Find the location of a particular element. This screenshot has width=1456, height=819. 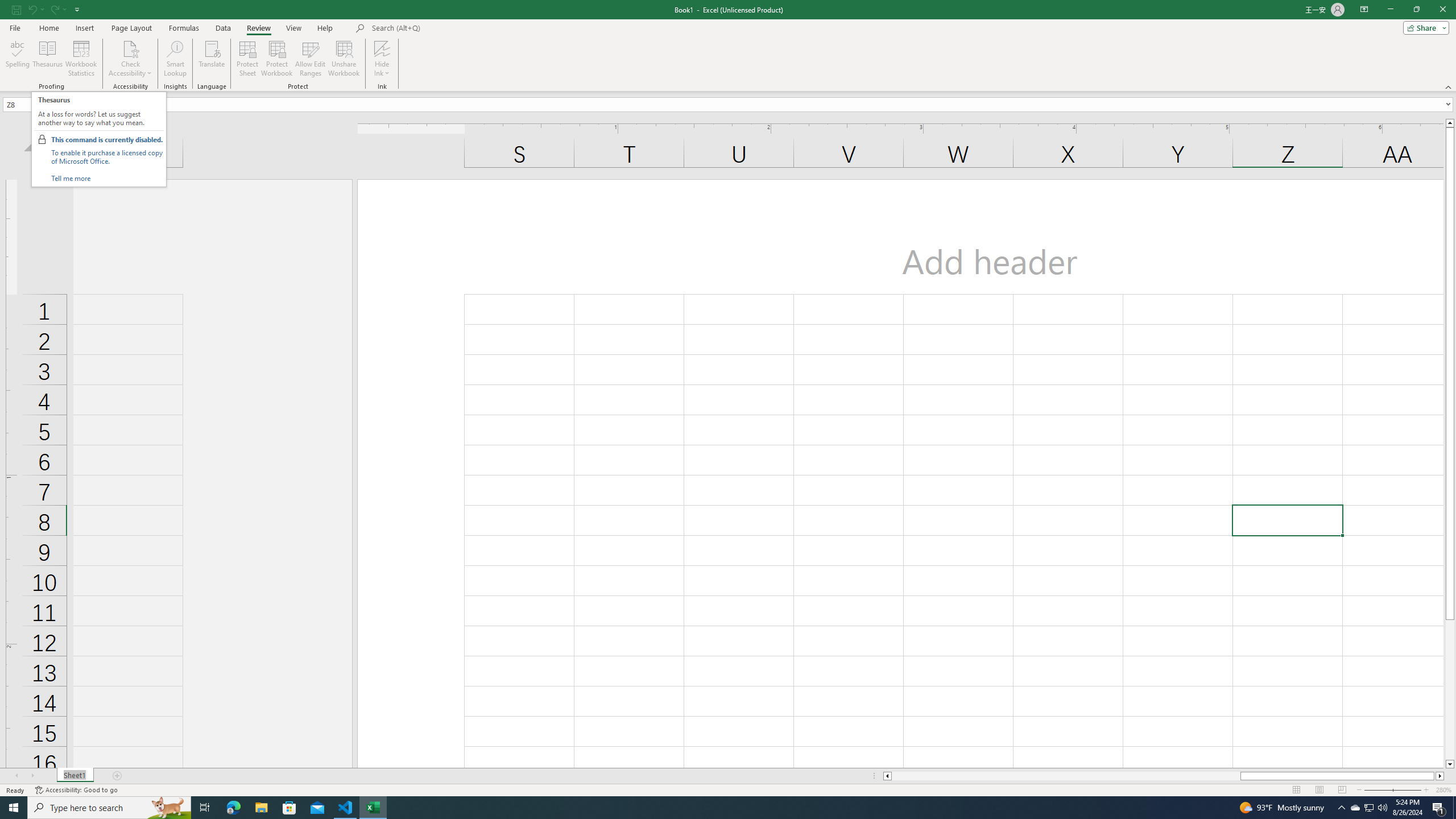

'Protect Sheet...' is located at coordinates (248, 59).